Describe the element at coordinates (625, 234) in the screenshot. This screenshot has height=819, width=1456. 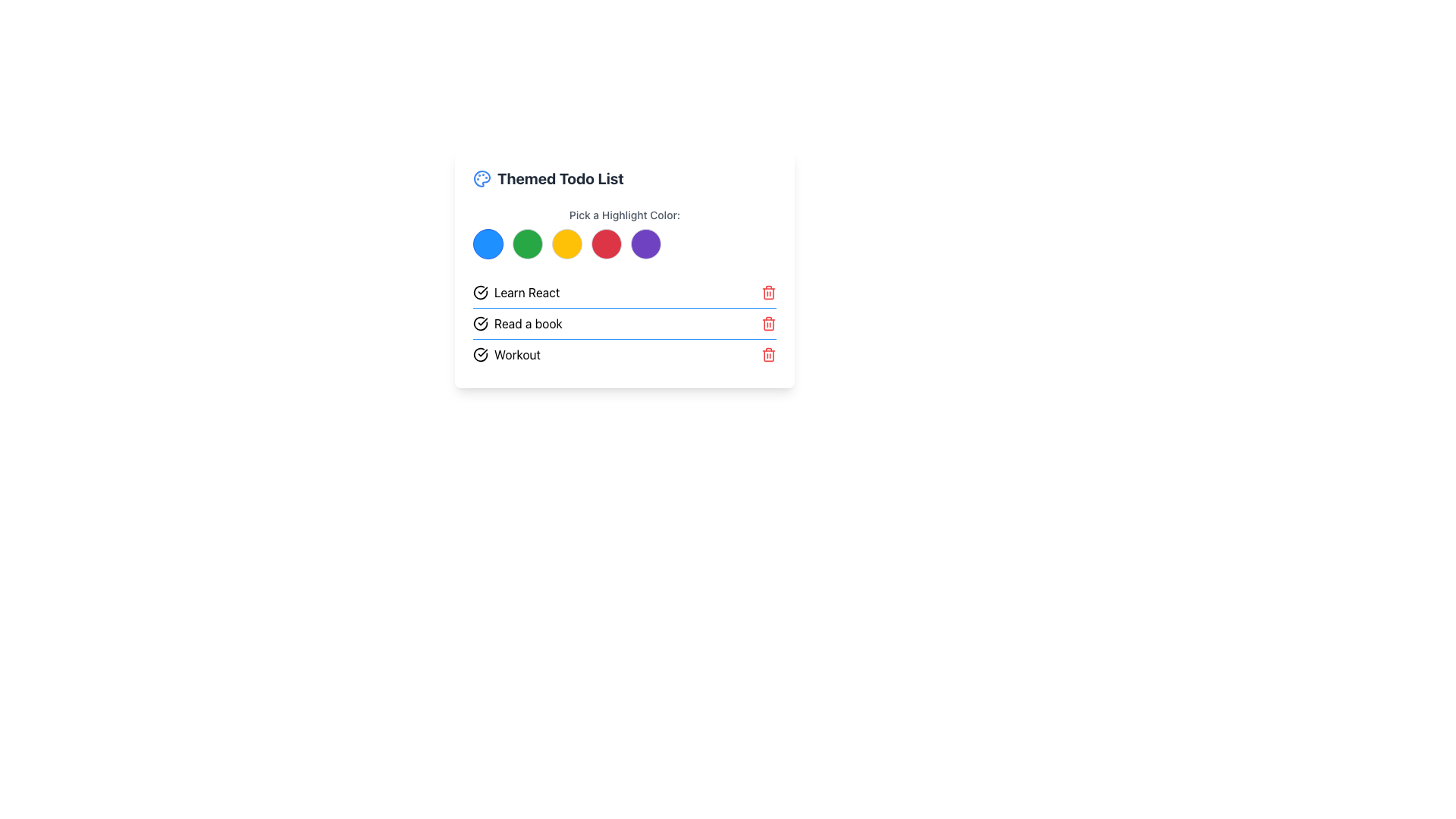
I see `the Color Picker Section located below the heading 'Themed Todo List'` at that location.